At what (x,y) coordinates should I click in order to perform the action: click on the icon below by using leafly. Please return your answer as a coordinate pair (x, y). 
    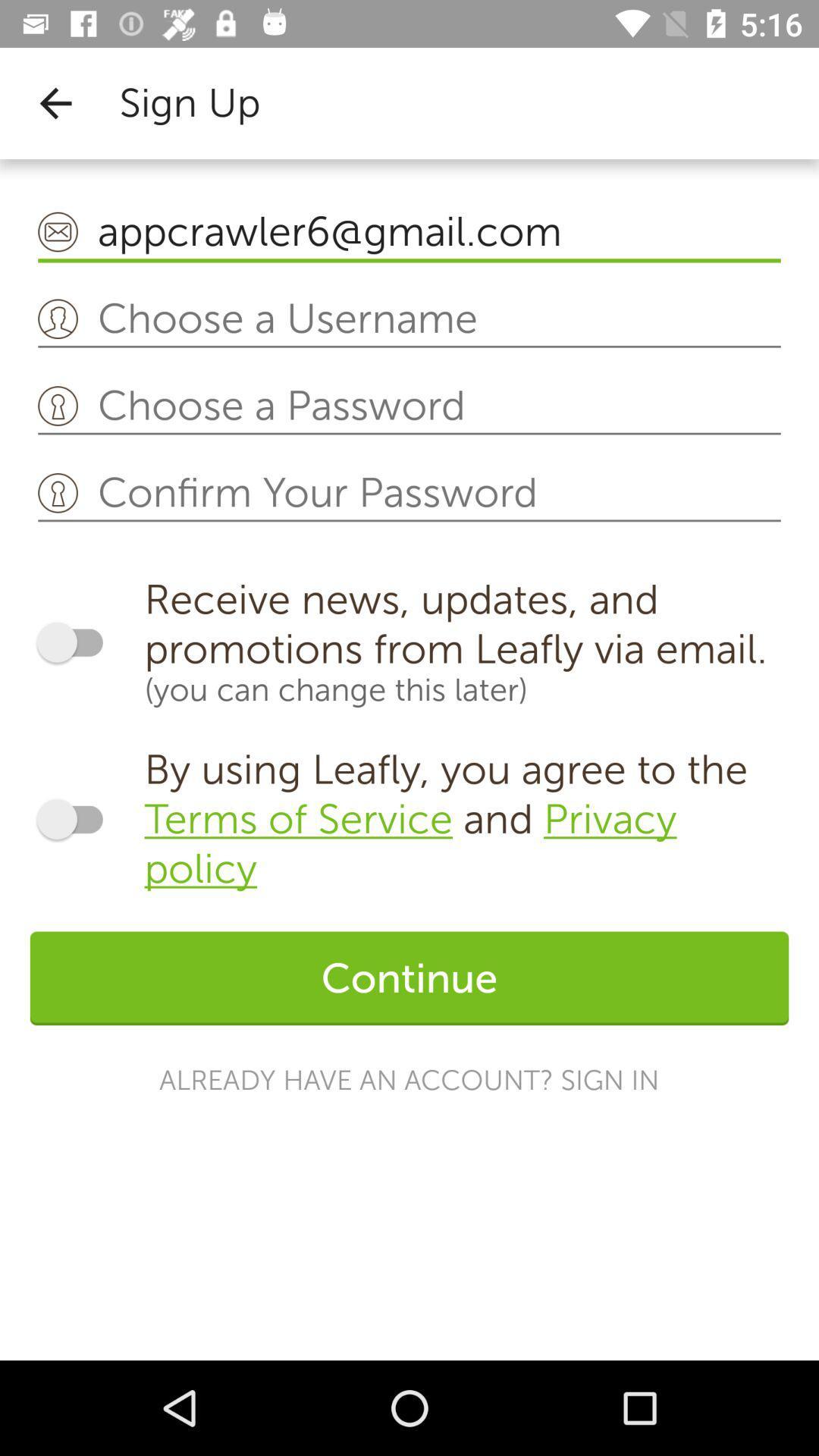
    Looking at the image, I should click on (409, 978).